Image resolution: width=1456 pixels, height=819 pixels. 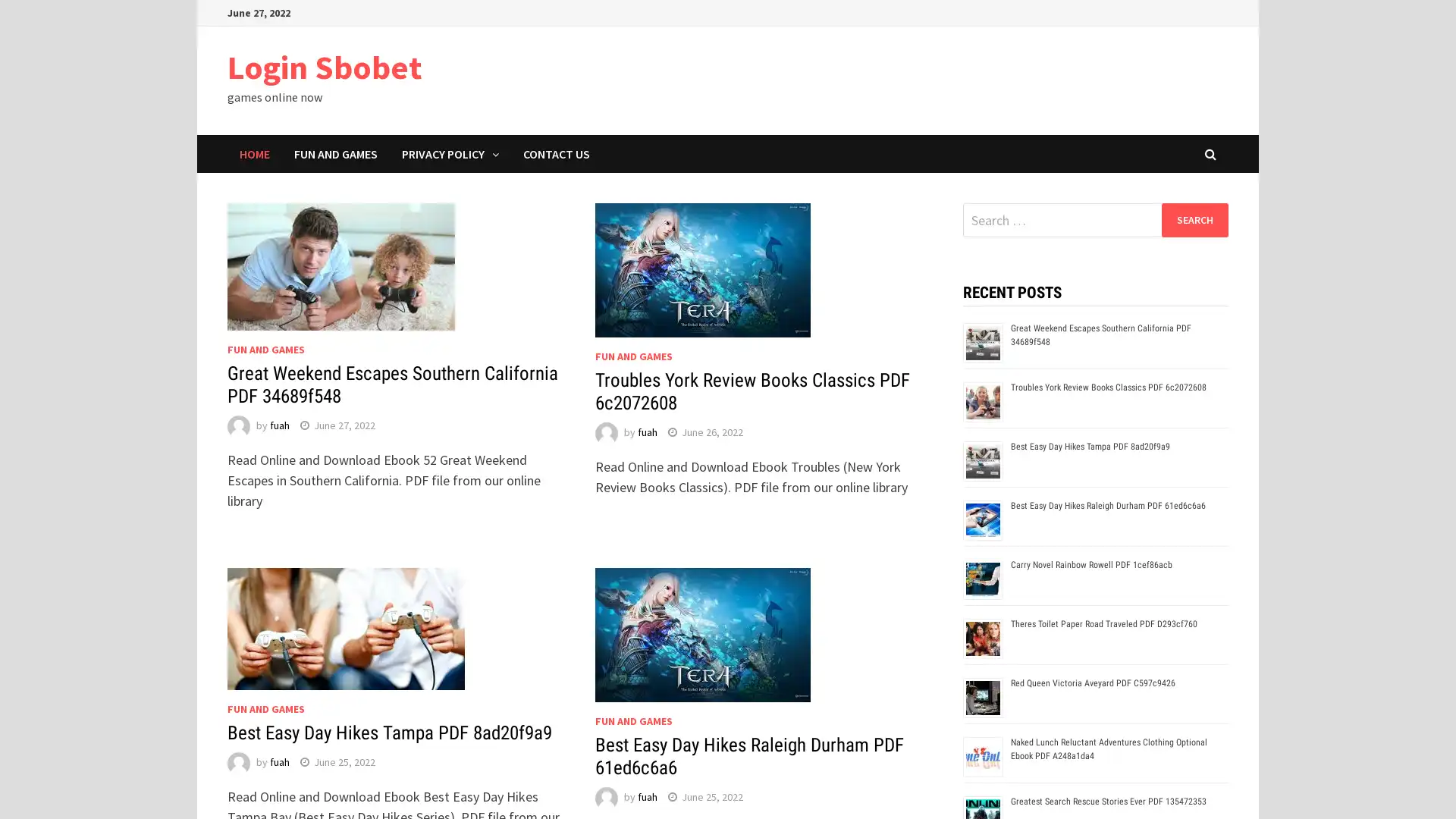 I want to click on Search, so click(x=1194, y=219).